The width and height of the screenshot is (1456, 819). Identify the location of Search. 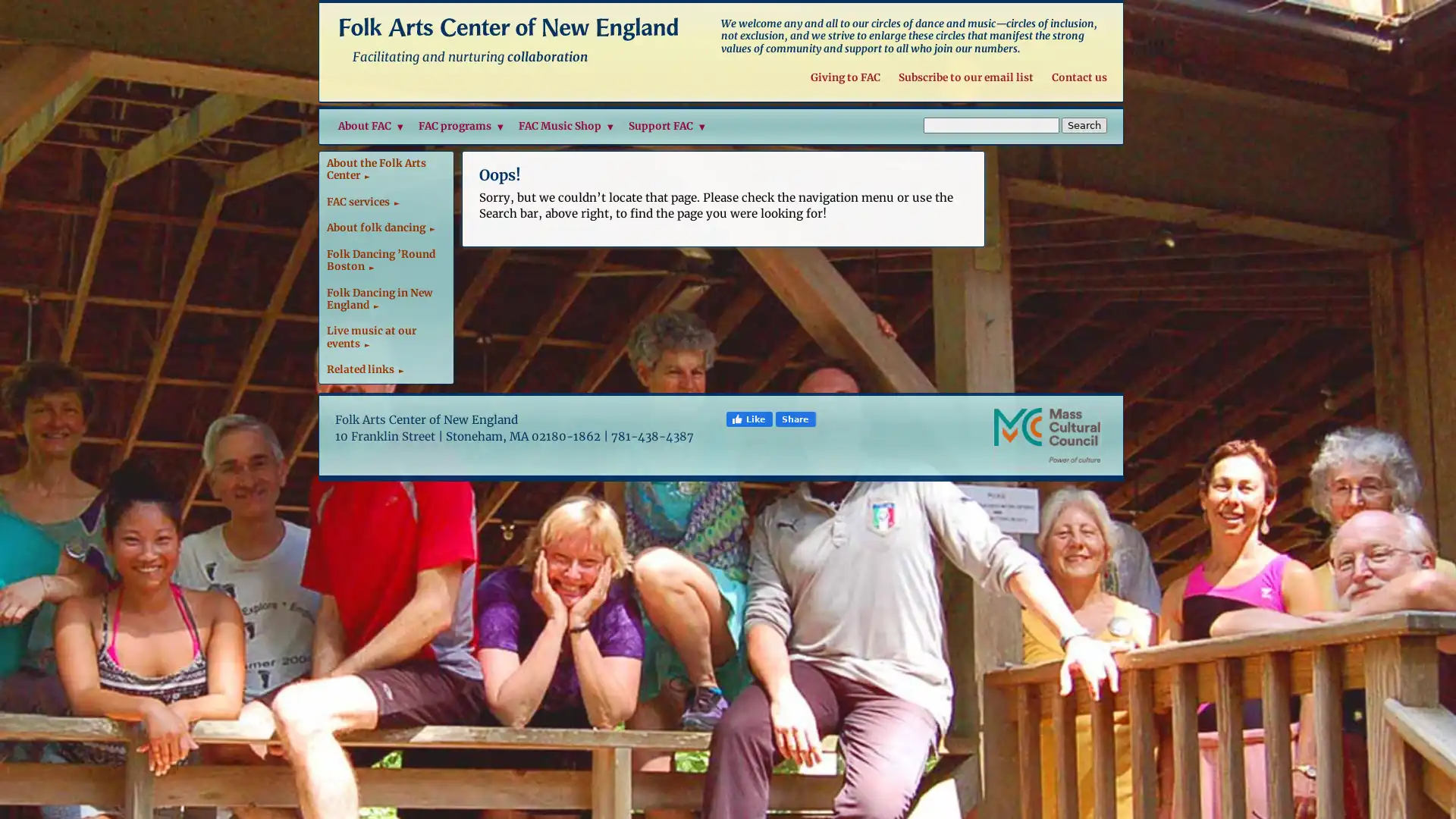
(1084, 124).